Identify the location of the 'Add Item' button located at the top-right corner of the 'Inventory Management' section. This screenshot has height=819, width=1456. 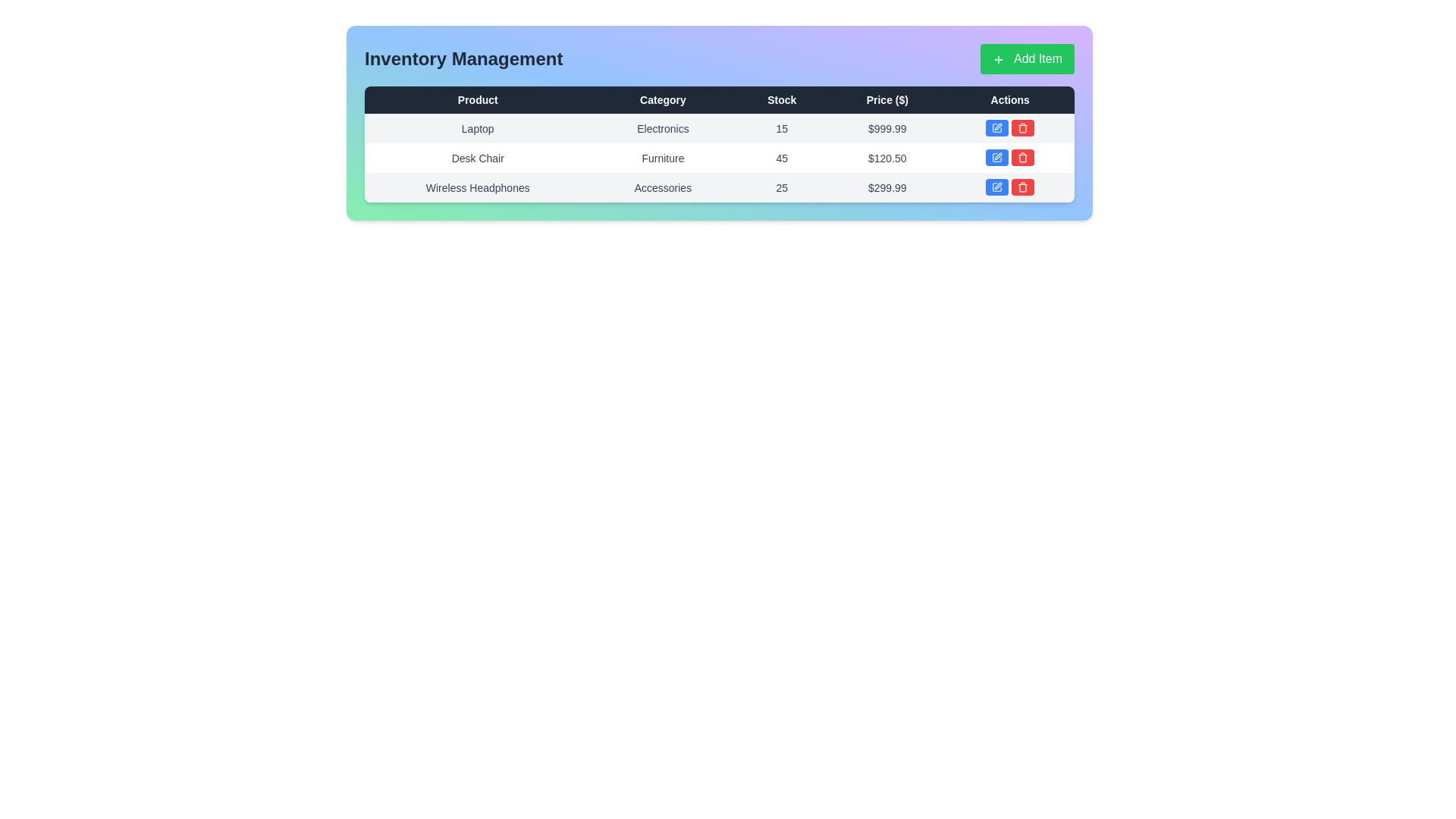
(1028, 58).